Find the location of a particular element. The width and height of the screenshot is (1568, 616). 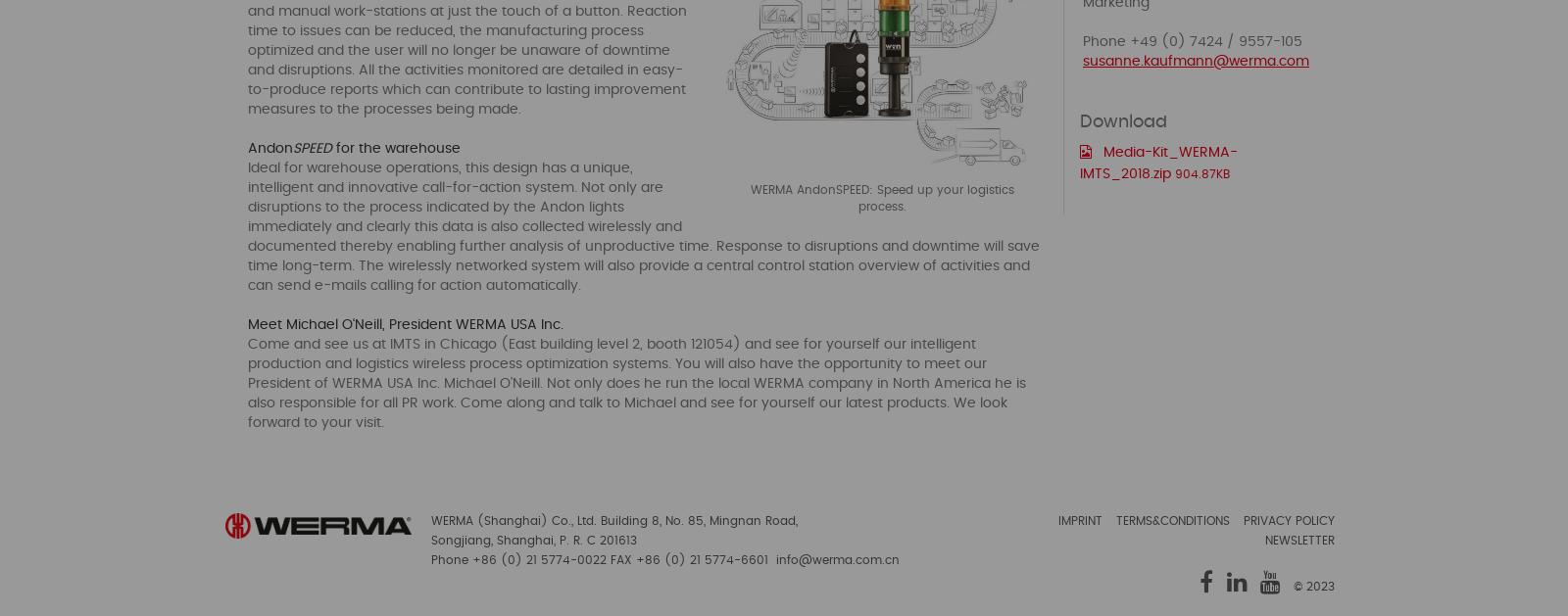

'Imprint' is located at coordinates (1080, 521).